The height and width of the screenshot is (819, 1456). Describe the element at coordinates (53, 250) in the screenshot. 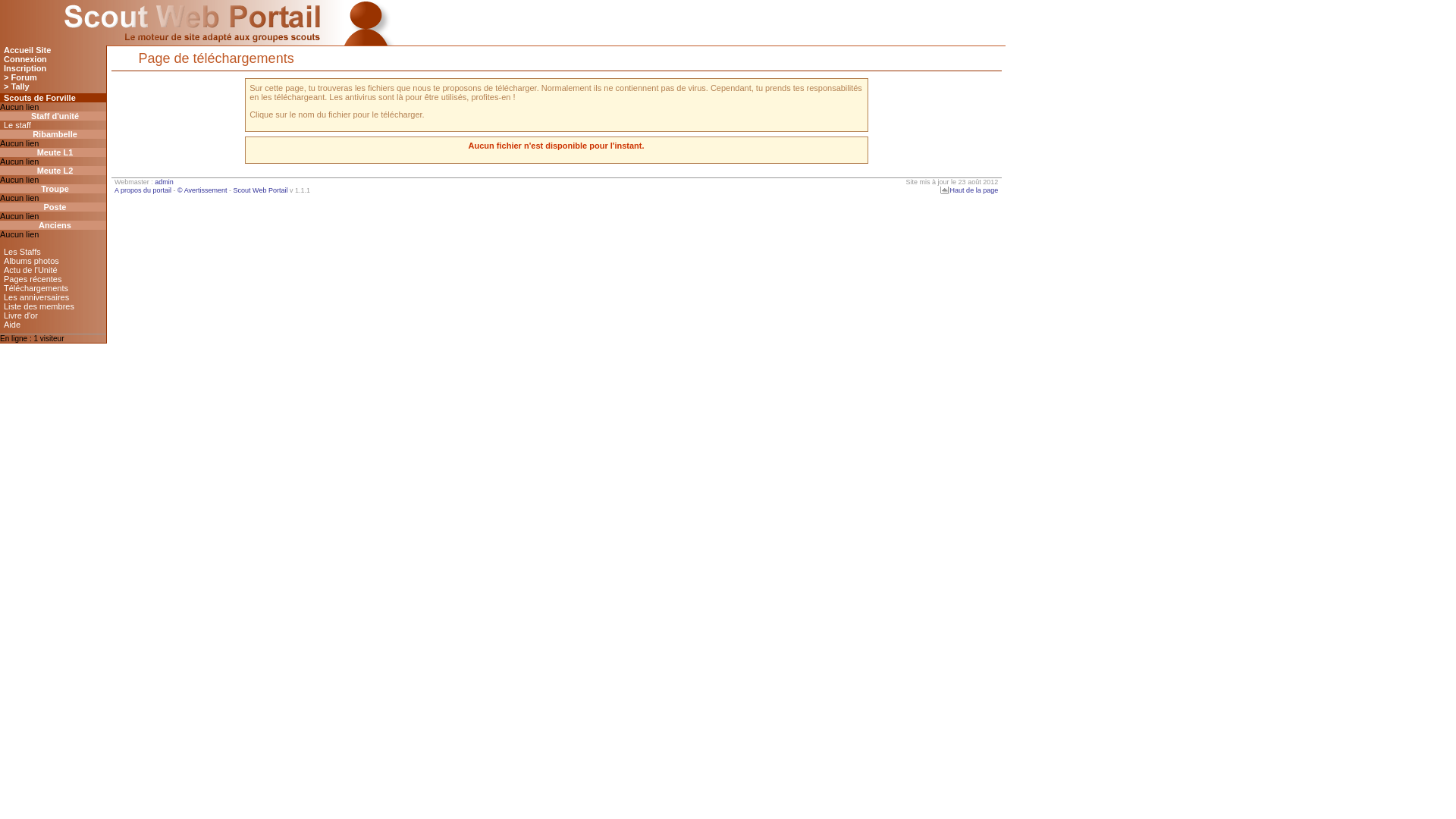

I see `'Les Staffs'` at that location.